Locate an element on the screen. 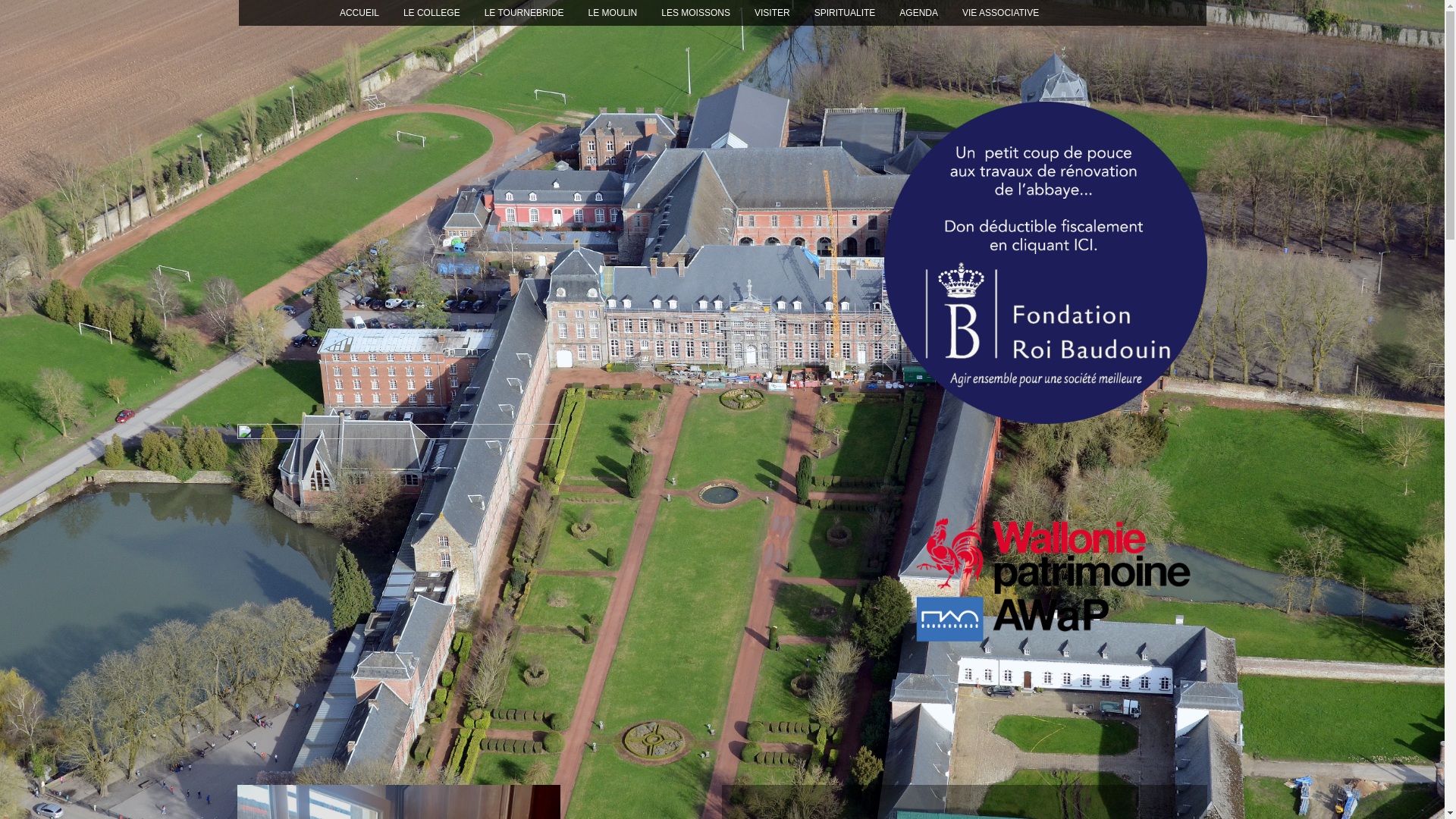 The width and height of the screenshot is (1456, 819). 'LE MOULIN' is located at coordinates (613, 12).